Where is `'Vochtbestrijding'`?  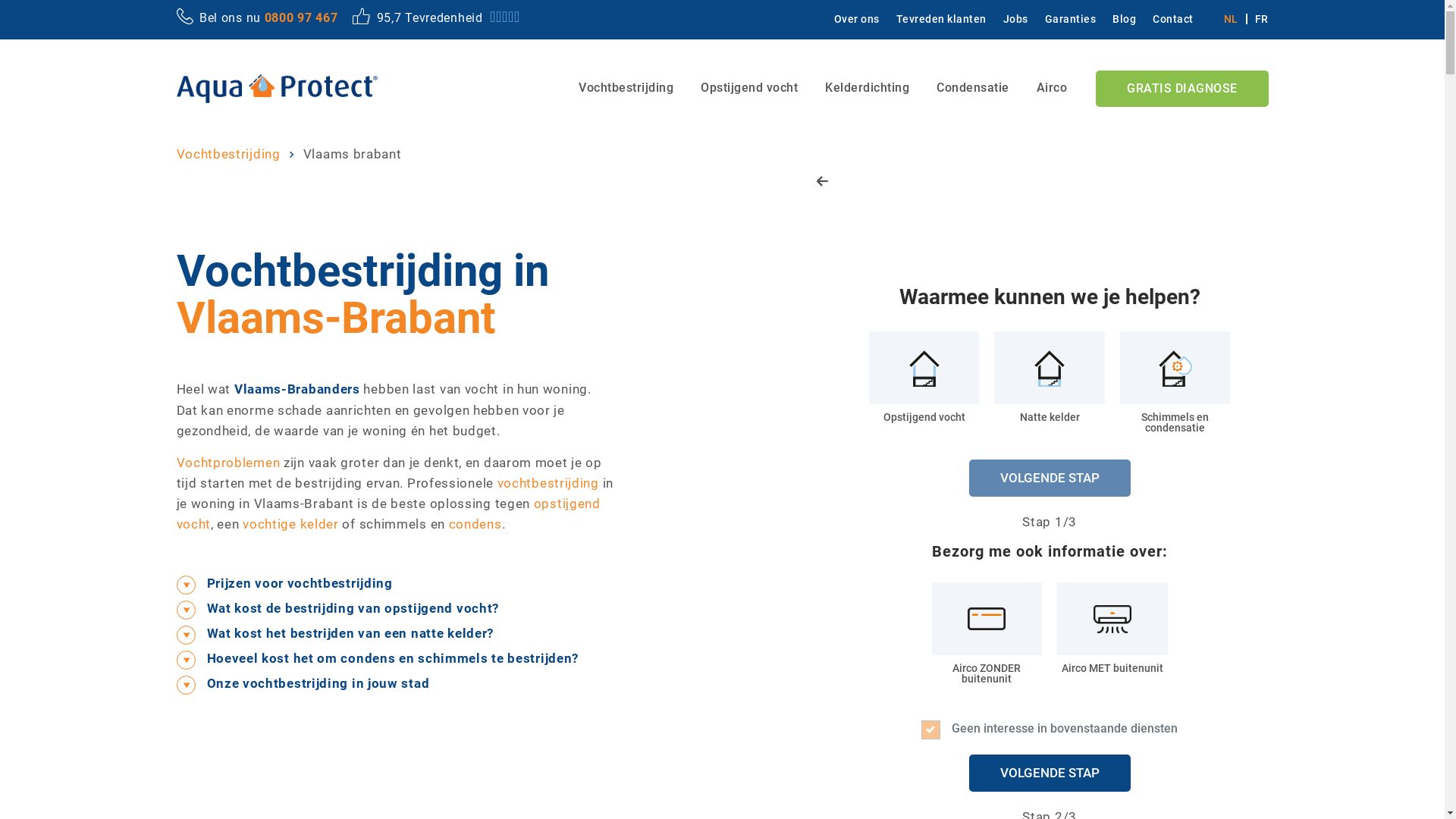 'Vochtbestrijding' is located at coordinates (175, 152).